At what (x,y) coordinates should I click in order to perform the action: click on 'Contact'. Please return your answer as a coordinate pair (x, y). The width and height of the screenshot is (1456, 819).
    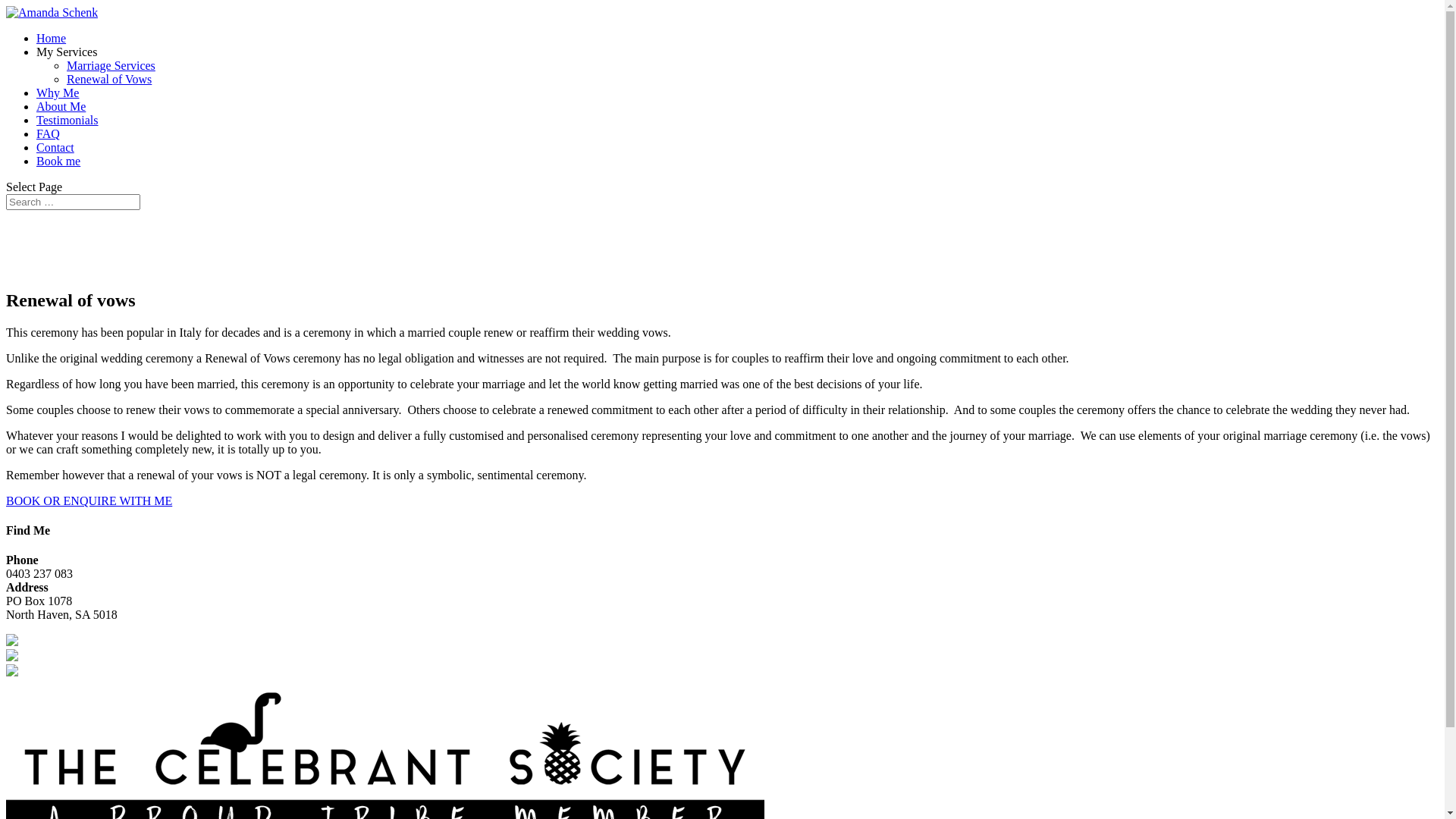
    Looking at the image, I should click on (55, 147).